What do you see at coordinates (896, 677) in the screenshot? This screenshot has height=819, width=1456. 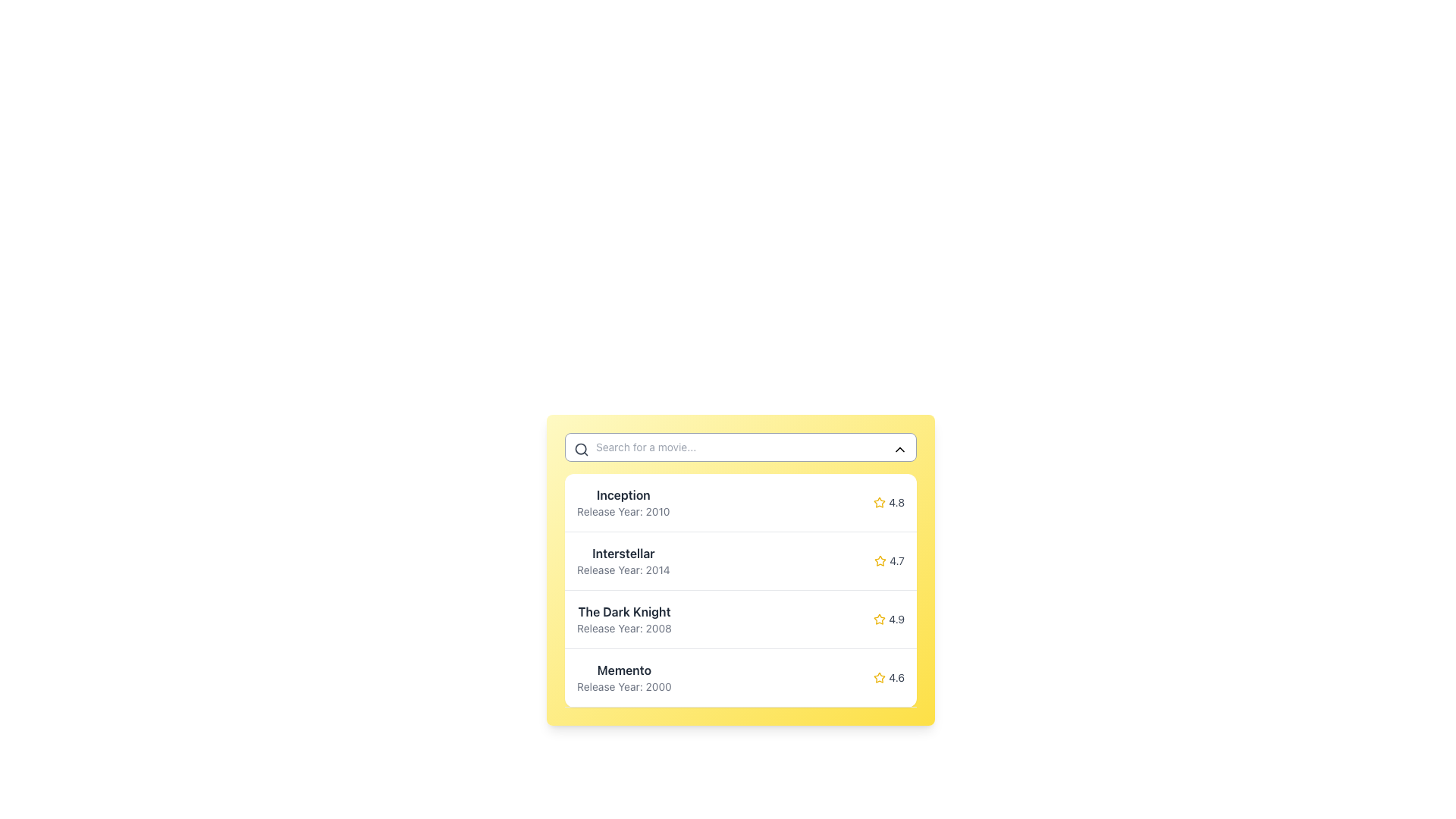 I see `the text label displaying '4.6', which is styled in gray and located in the bottom row of a yellow card interface, adjacent to a yellow star icon` at bounding box center [896, 677].